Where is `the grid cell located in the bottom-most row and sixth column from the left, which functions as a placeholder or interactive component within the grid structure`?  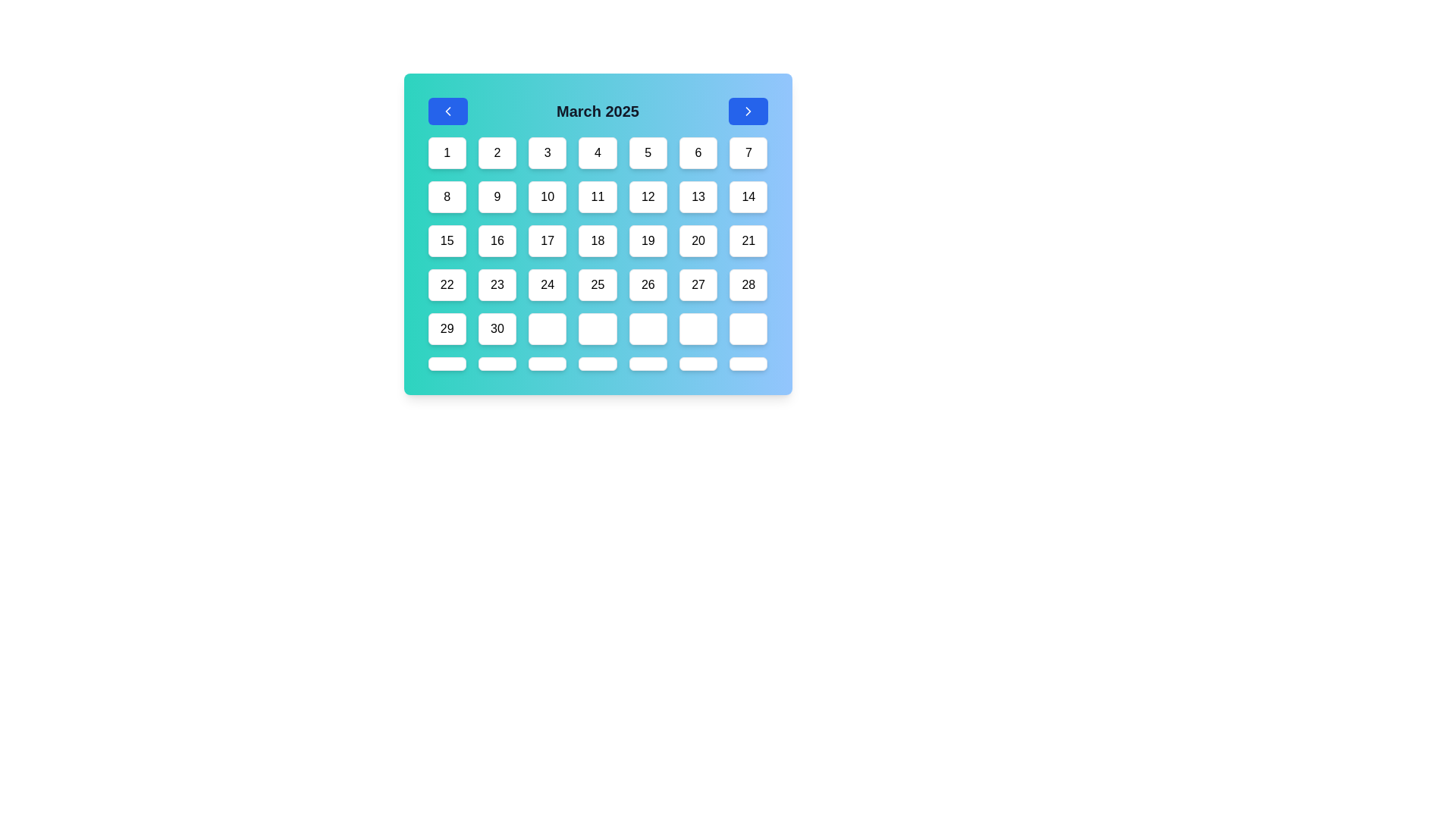 the grid cell located in the bottom-most row and sixth column from the left, which functions as a placeholder or interactive component within the grid structure is located at coordinates (698, 363).